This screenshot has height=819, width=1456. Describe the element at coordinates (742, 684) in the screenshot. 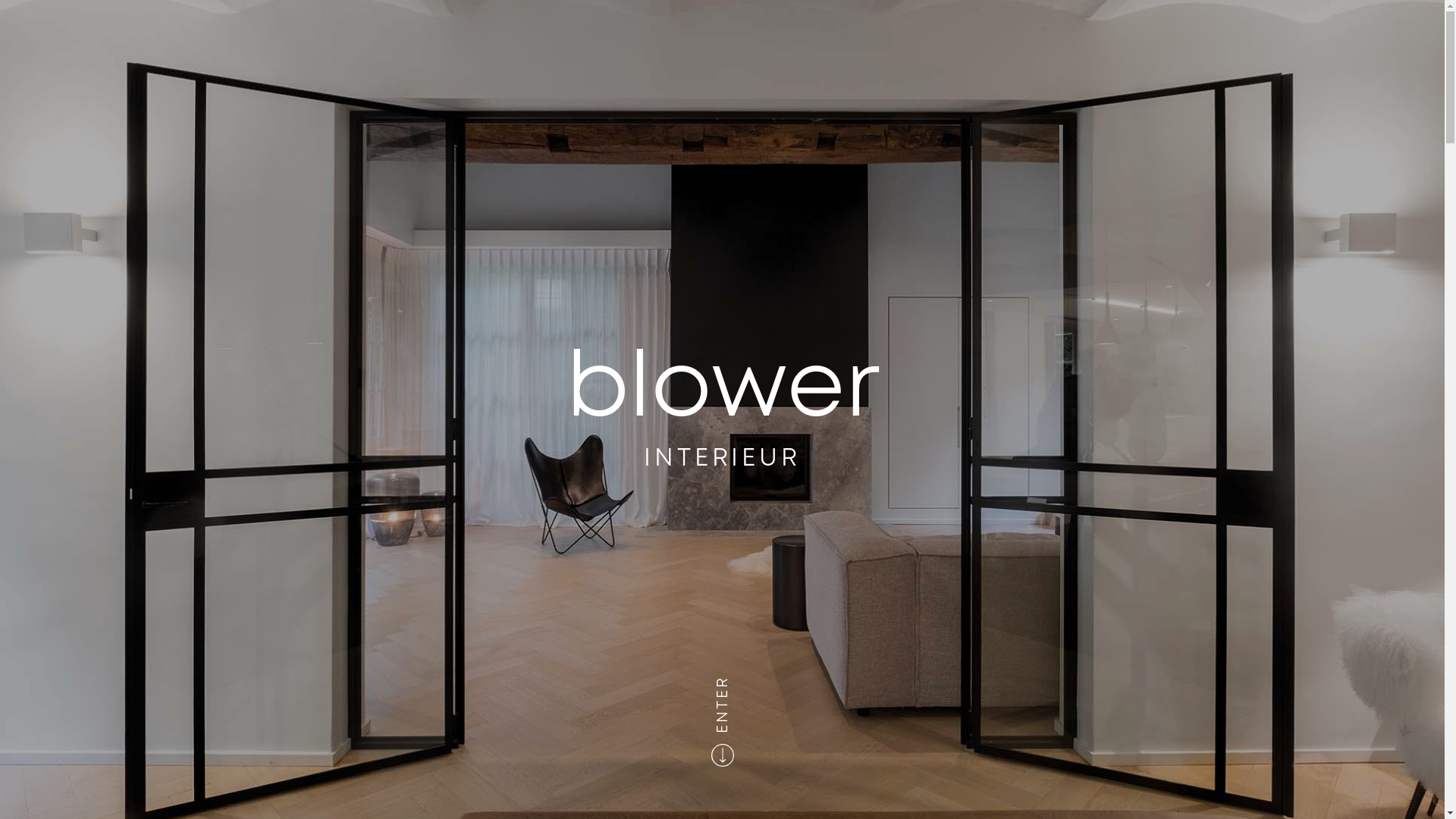

I see `'ENTER'` at that location.